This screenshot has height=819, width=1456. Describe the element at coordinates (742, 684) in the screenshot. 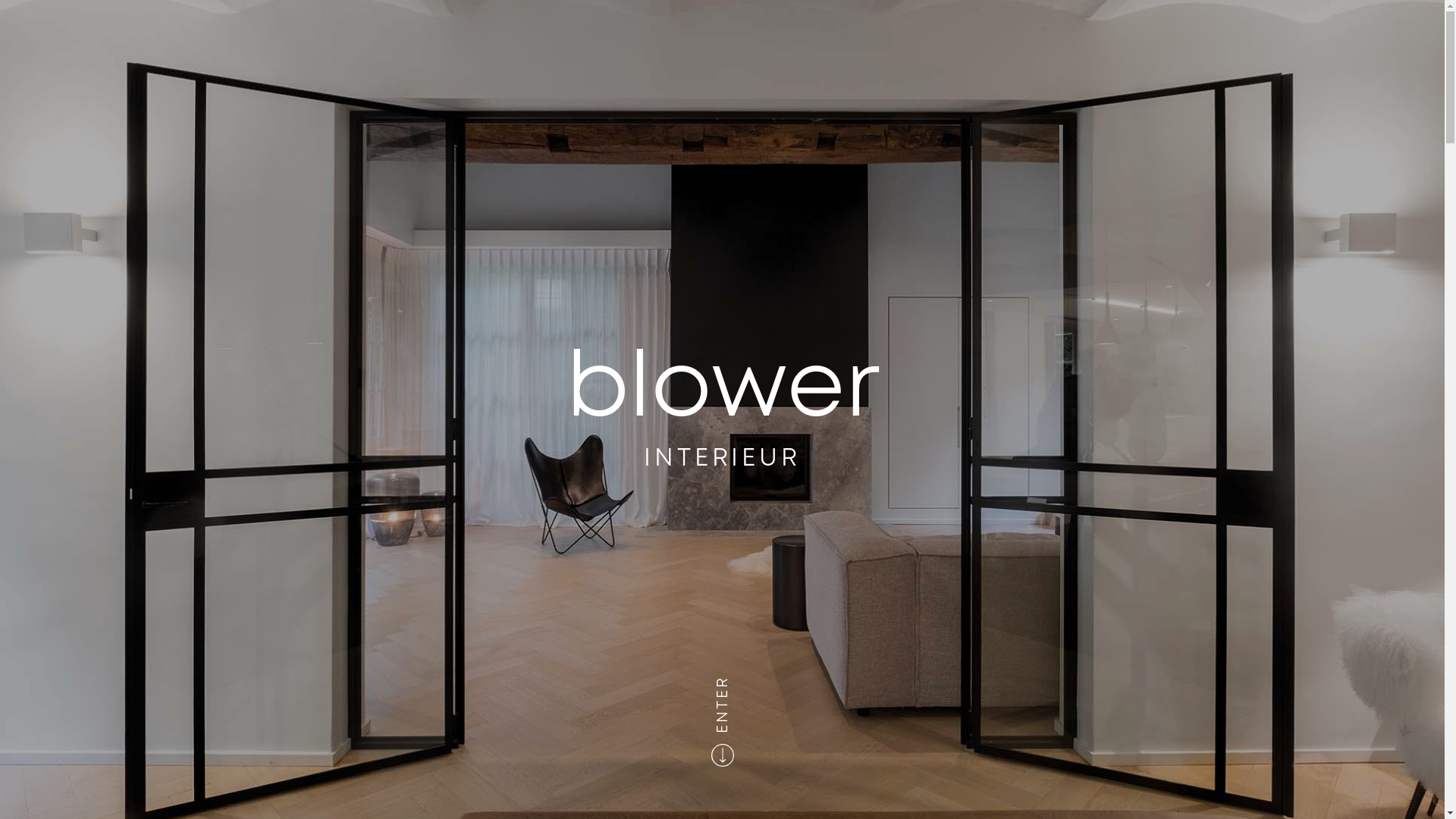

I see `'ENTER'` at that location.